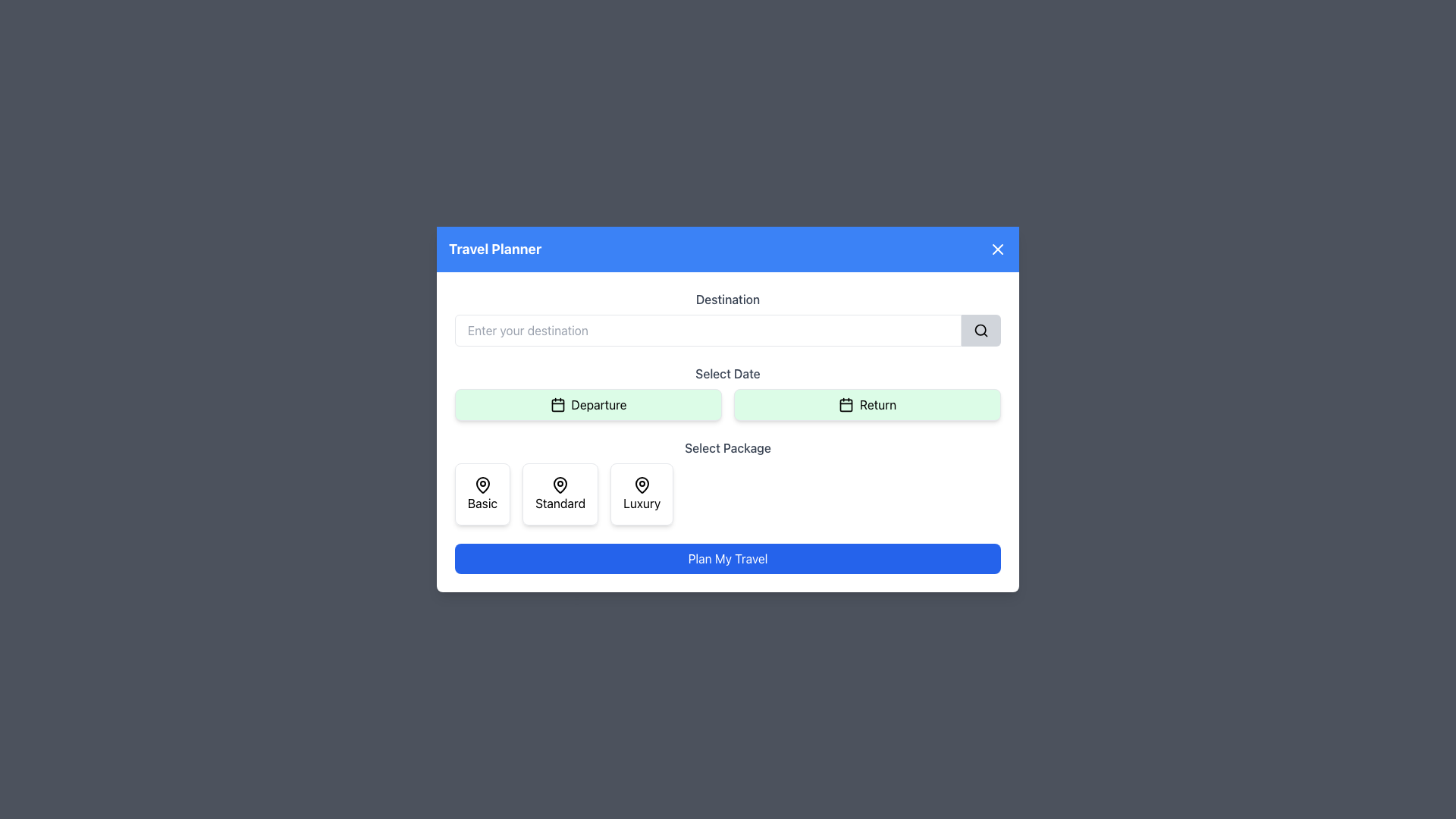 Image resolution: width=1456 pixels, height=819 pixels. What do you see at coordinates (981, 329) in the screenshot?
I see `the rectangular gray button with rounded right corners that contains a black magnifying glass icon, positioned to the right of the 'Enter your destination' text input field` at bounding box center [981, 329].